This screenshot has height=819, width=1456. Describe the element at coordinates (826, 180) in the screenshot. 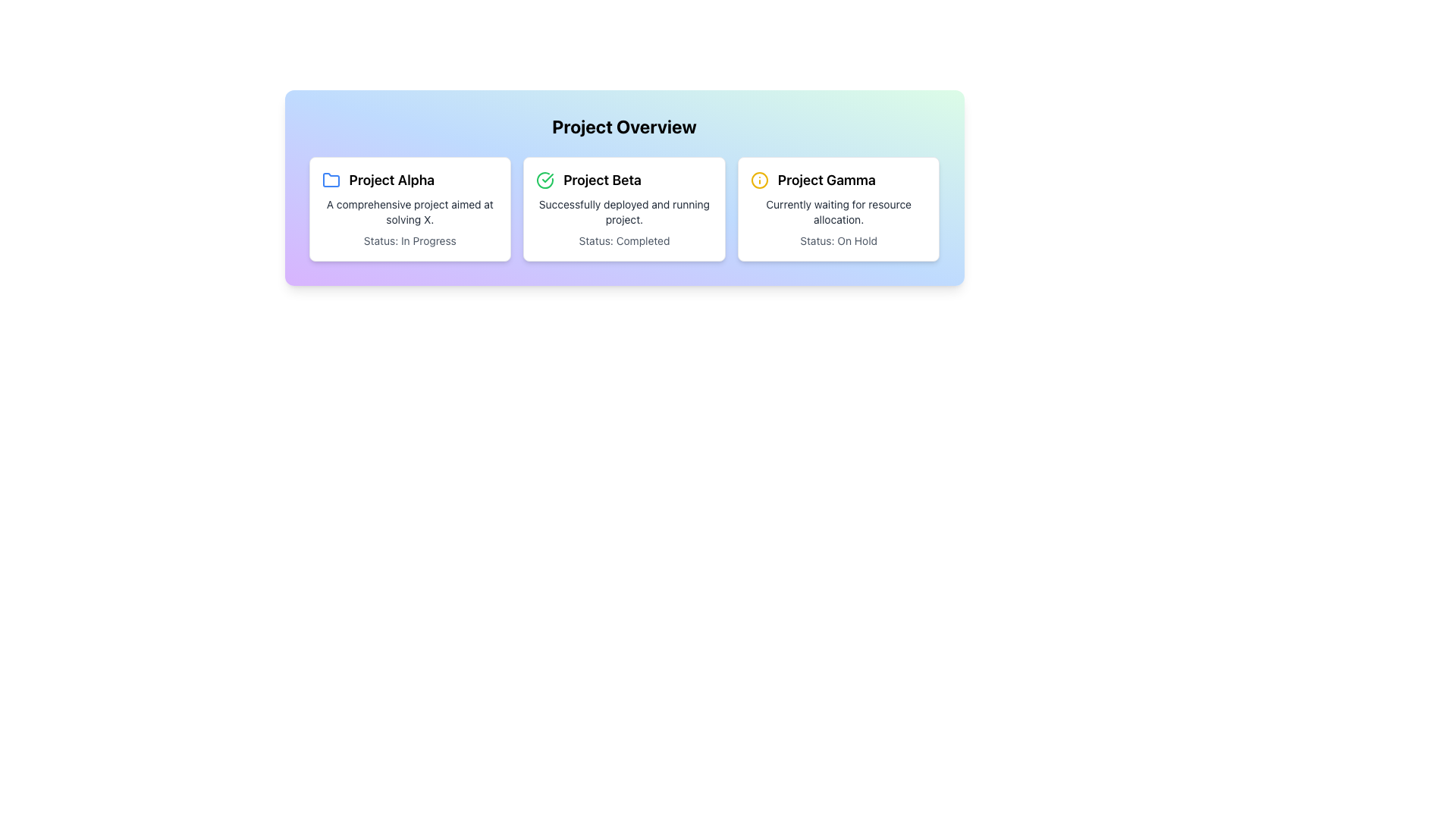

I see `the text heading 'Project Gamma', which is styled in bold and larger font, located in the top section of the rightmost card among three horizontally arranged cards` at that location.